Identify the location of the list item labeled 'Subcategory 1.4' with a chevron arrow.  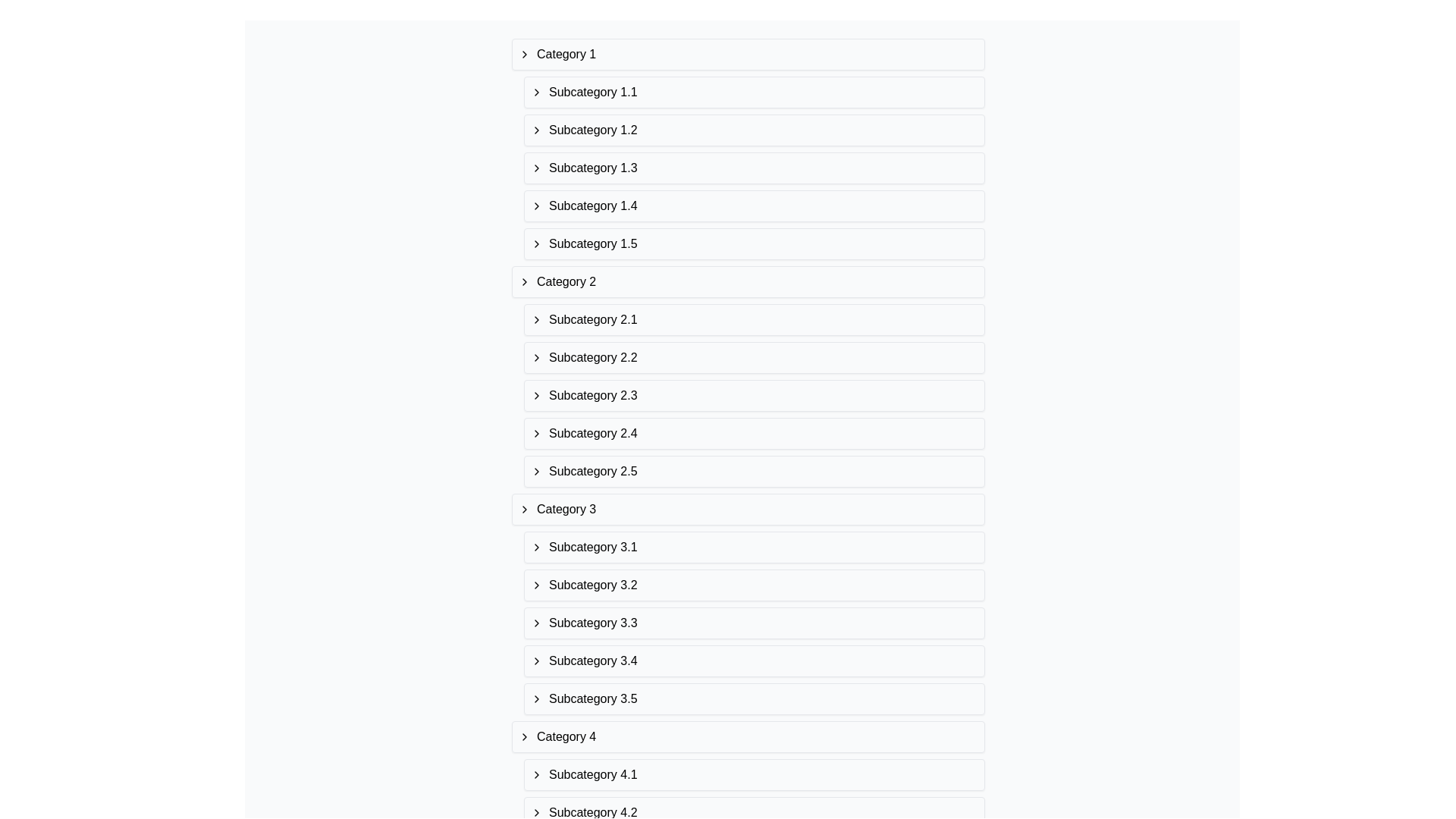
(754, 206).